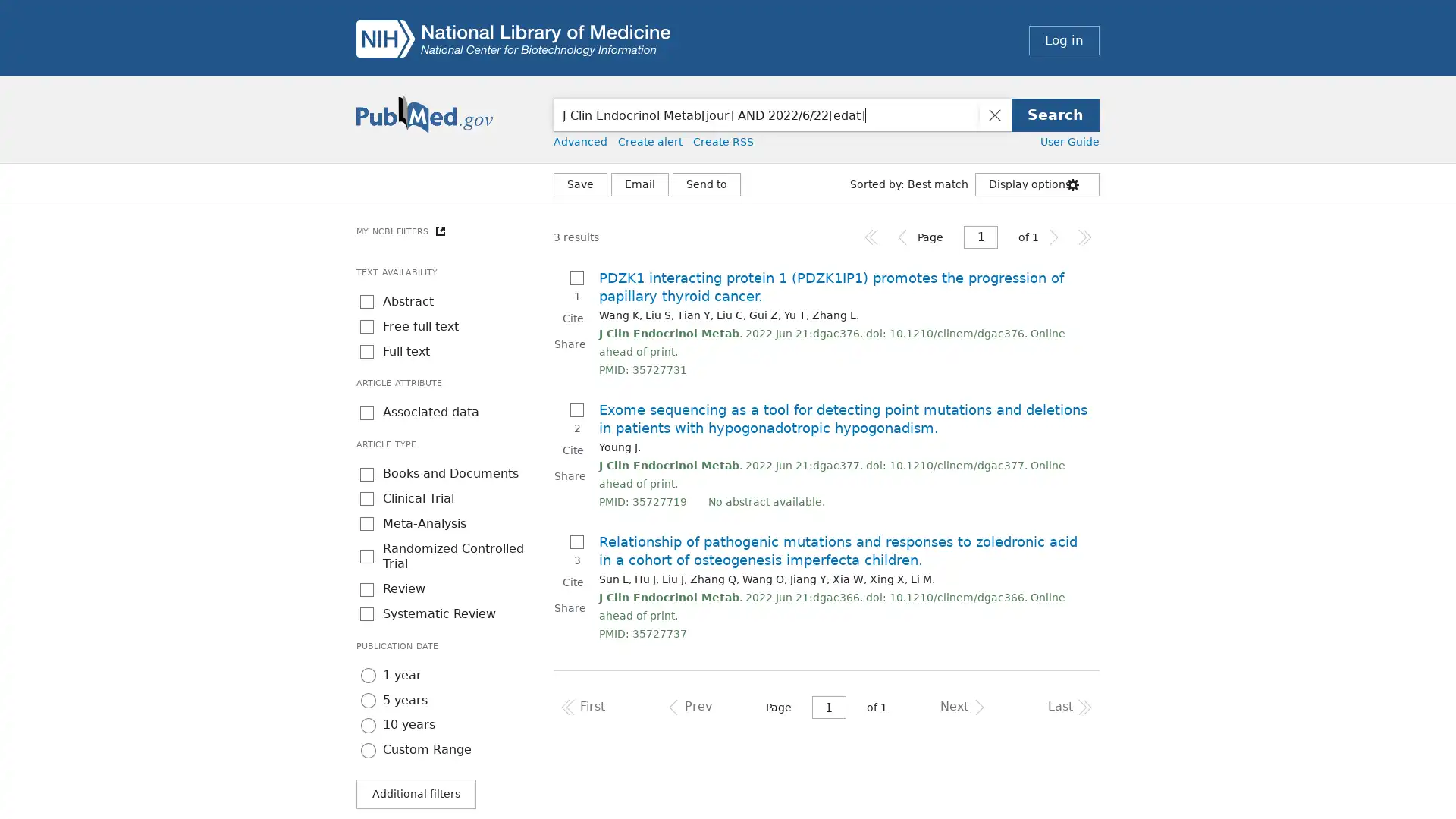 This screenshot has width=1456, height=819. What do you see at coordinates (584, 708) in the screenshot?
I see `Navigates to the first page of results.` at bounding box center [584, 708].